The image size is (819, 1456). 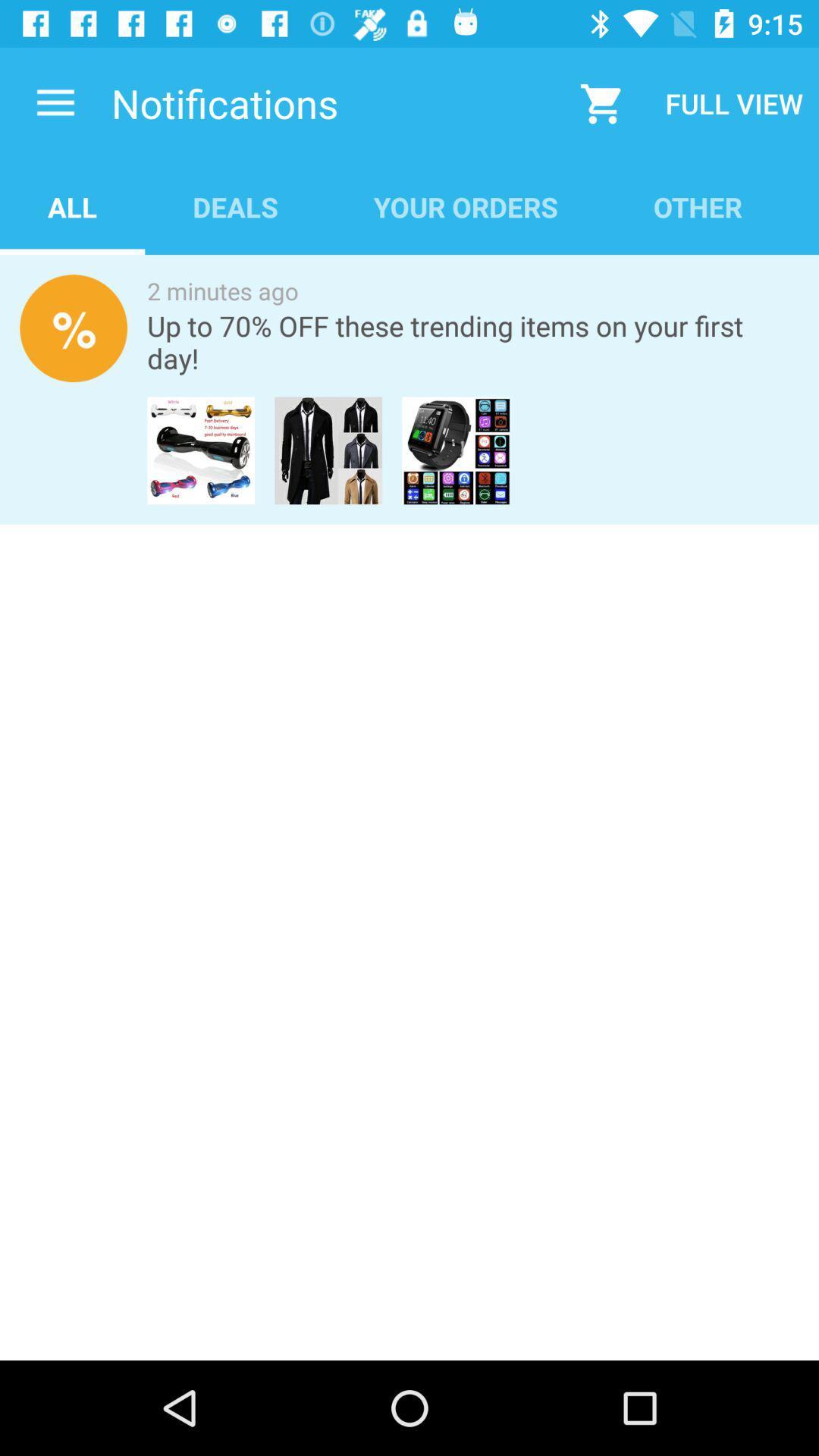 What do you see at coordinates (465, 206) in the screenshot?
I see `icon to the left of the other` at bounding box center [465, 206].